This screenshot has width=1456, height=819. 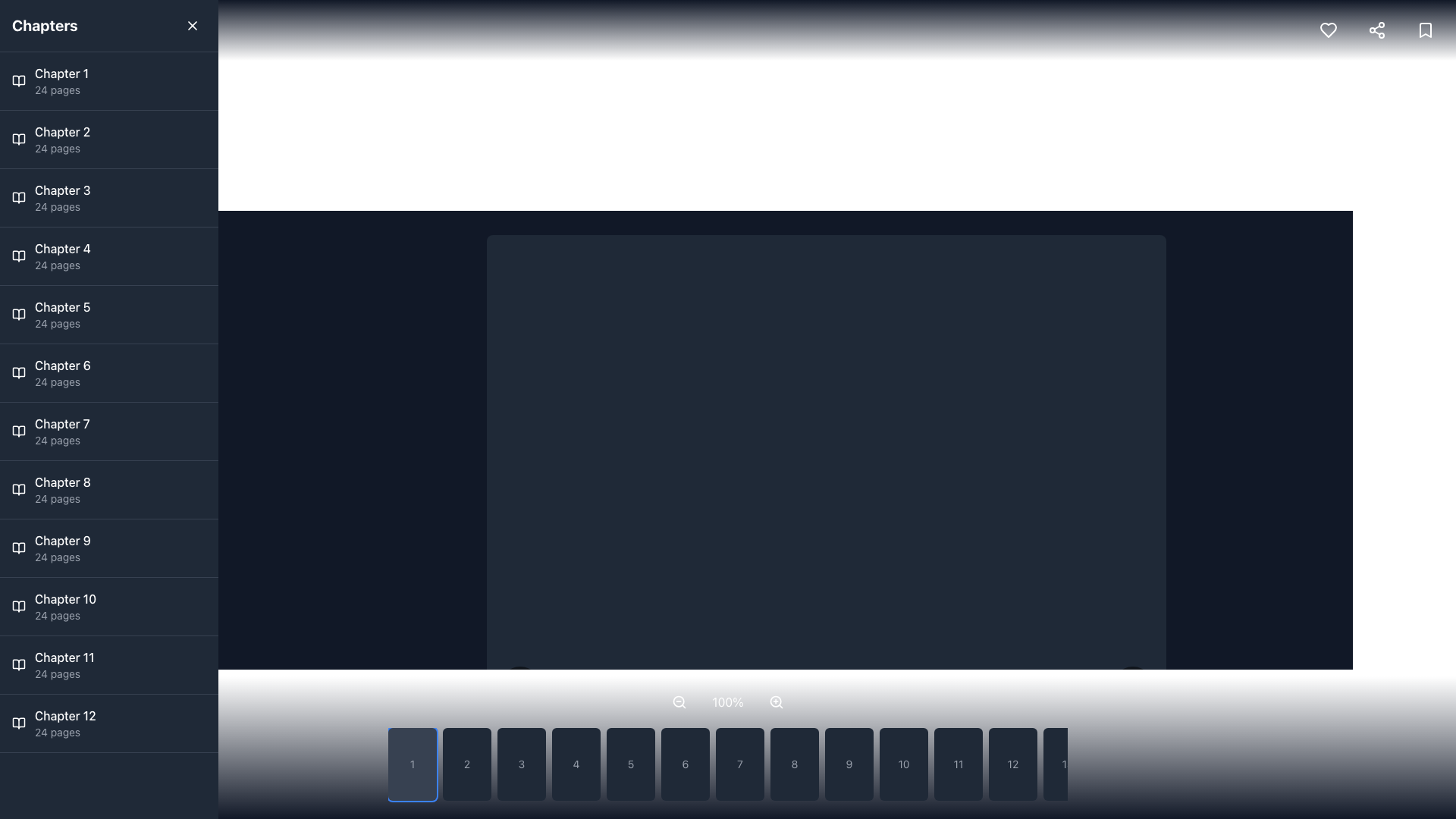 I want to click on the button representing chapter 10 in the navigation interface to observe the hover effect, so click(x=903, y=764).